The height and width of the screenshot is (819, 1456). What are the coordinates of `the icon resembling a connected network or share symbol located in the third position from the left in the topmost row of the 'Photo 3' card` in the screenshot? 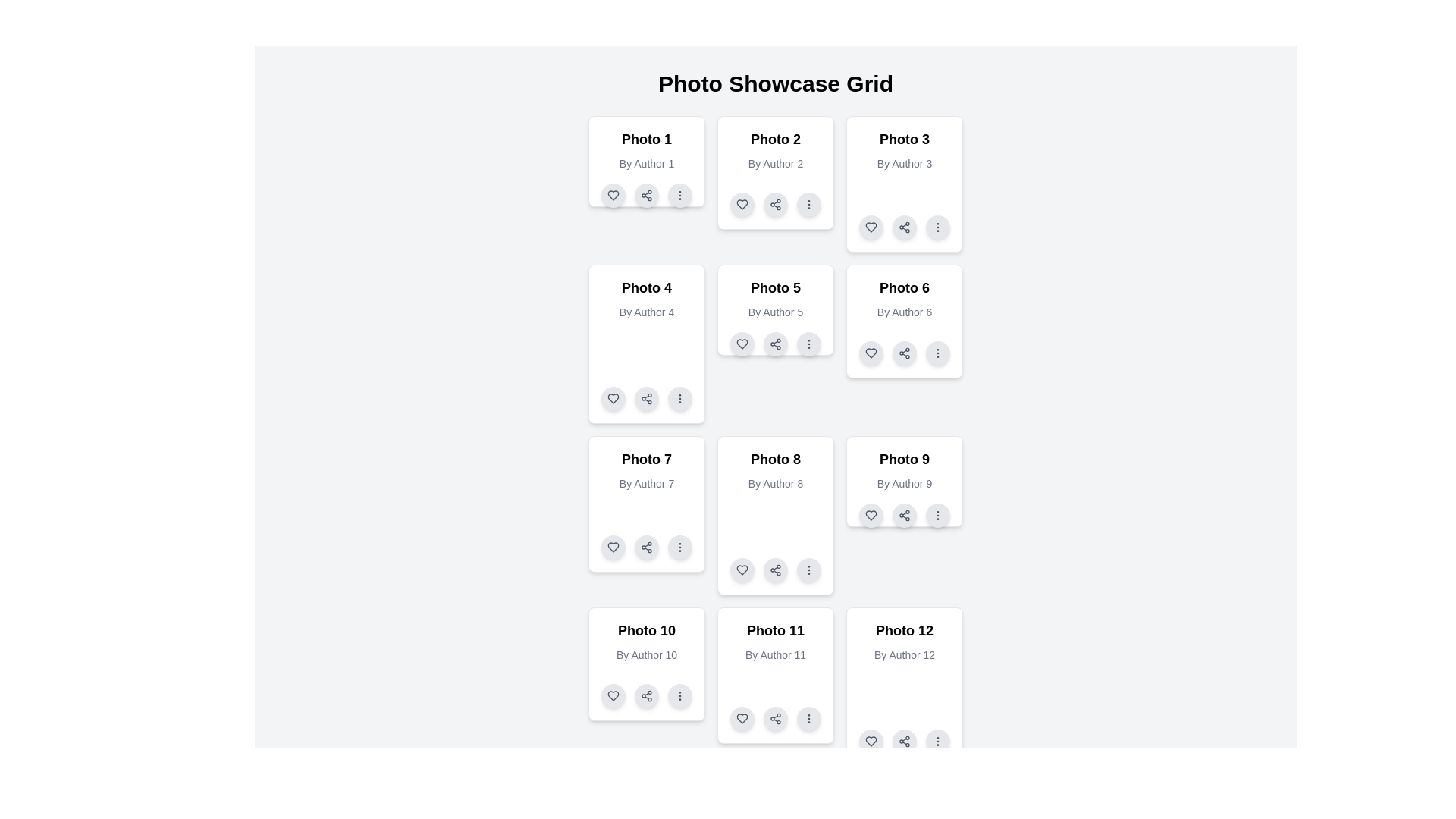 It's located at (905, 227).